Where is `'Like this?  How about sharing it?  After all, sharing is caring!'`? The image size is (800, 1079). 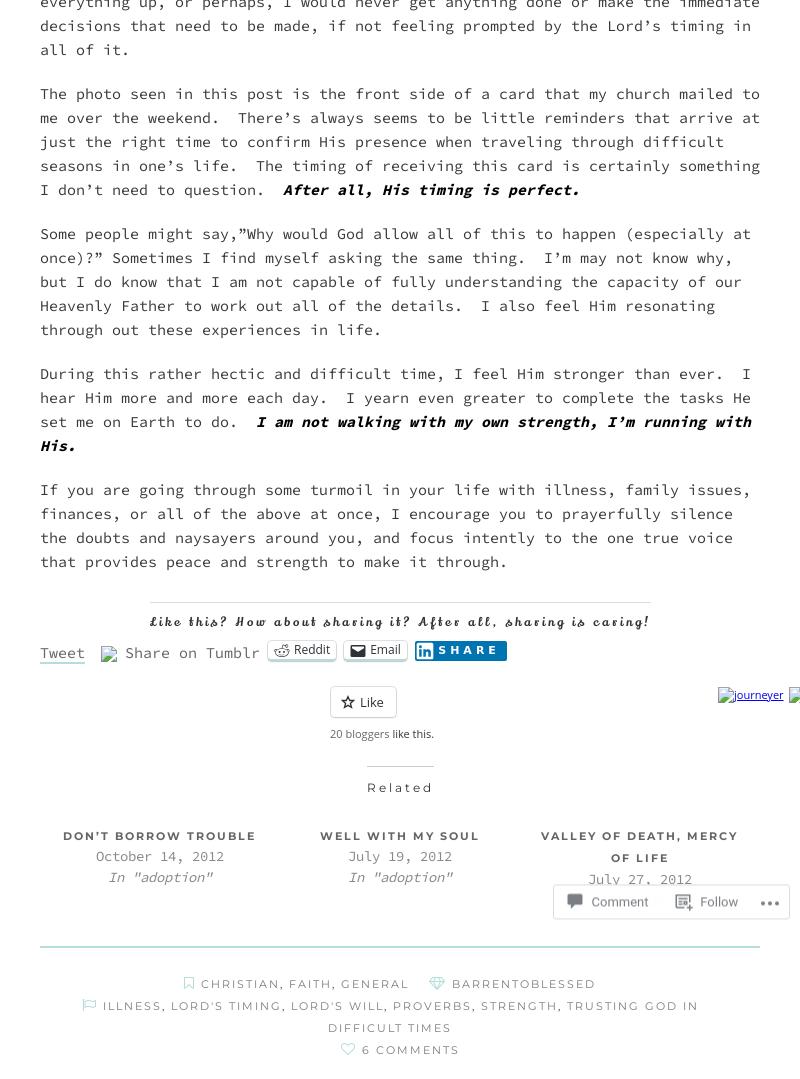
'Like this?  How about sharing it?  After all, sharing is caring!' is located at coordinates (398, 620).